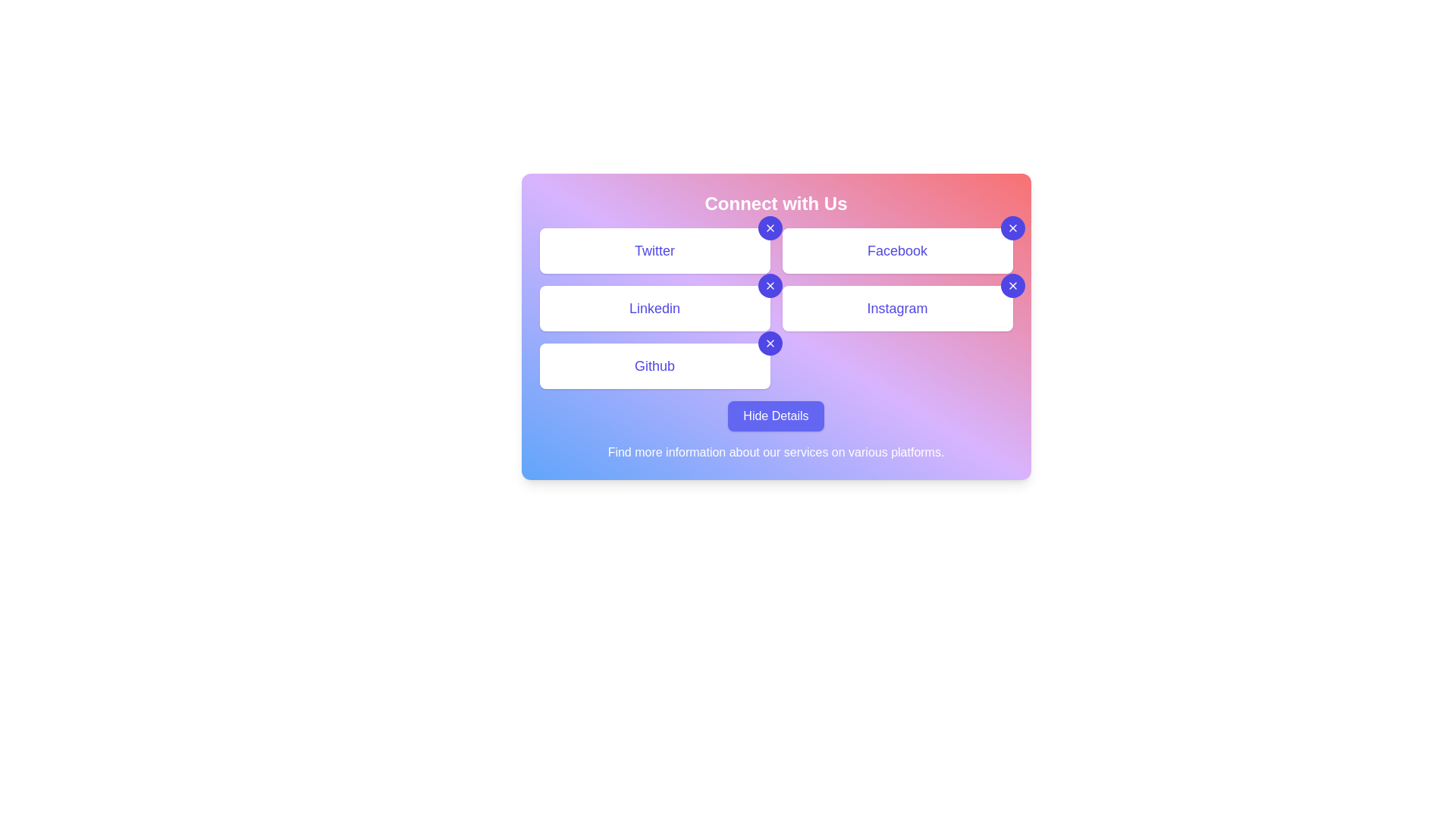 The width and height of the screenshot is (1456, 819). Describe the element at coordinates (897, 308) in the screenshot. I see `the Instagram button card, which is a rectangular card with a white background and indigo text, located in the fourth row and second column under 'Connect with Us'` at that location.